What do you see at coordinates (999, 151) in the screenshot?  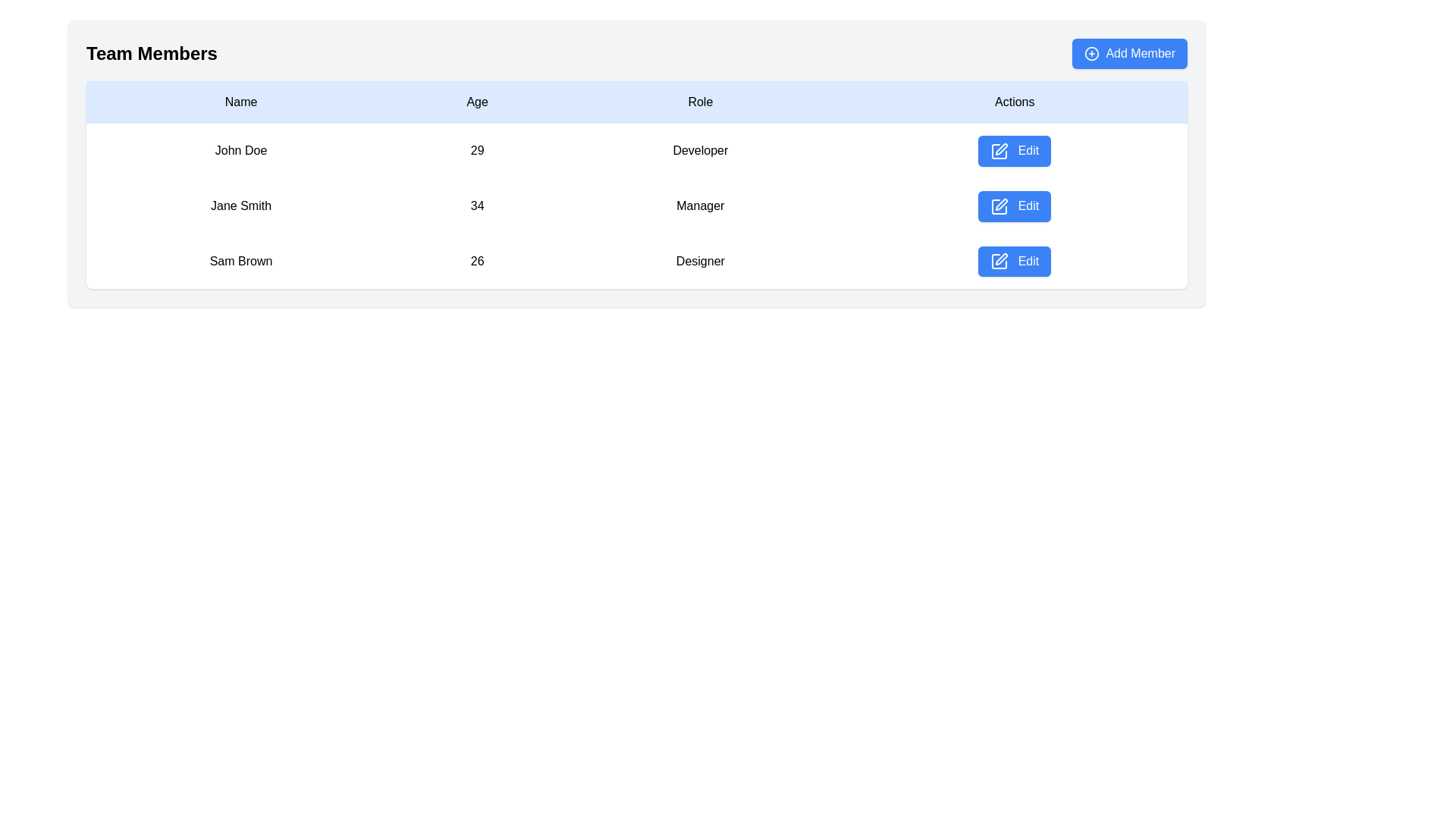 I see `the pen icon embedded within the 'Edit' button in the 'Actions' column of the first row of the table that lists team members, specifically associated with 'John Doe'` at bounding box center [999, 151].